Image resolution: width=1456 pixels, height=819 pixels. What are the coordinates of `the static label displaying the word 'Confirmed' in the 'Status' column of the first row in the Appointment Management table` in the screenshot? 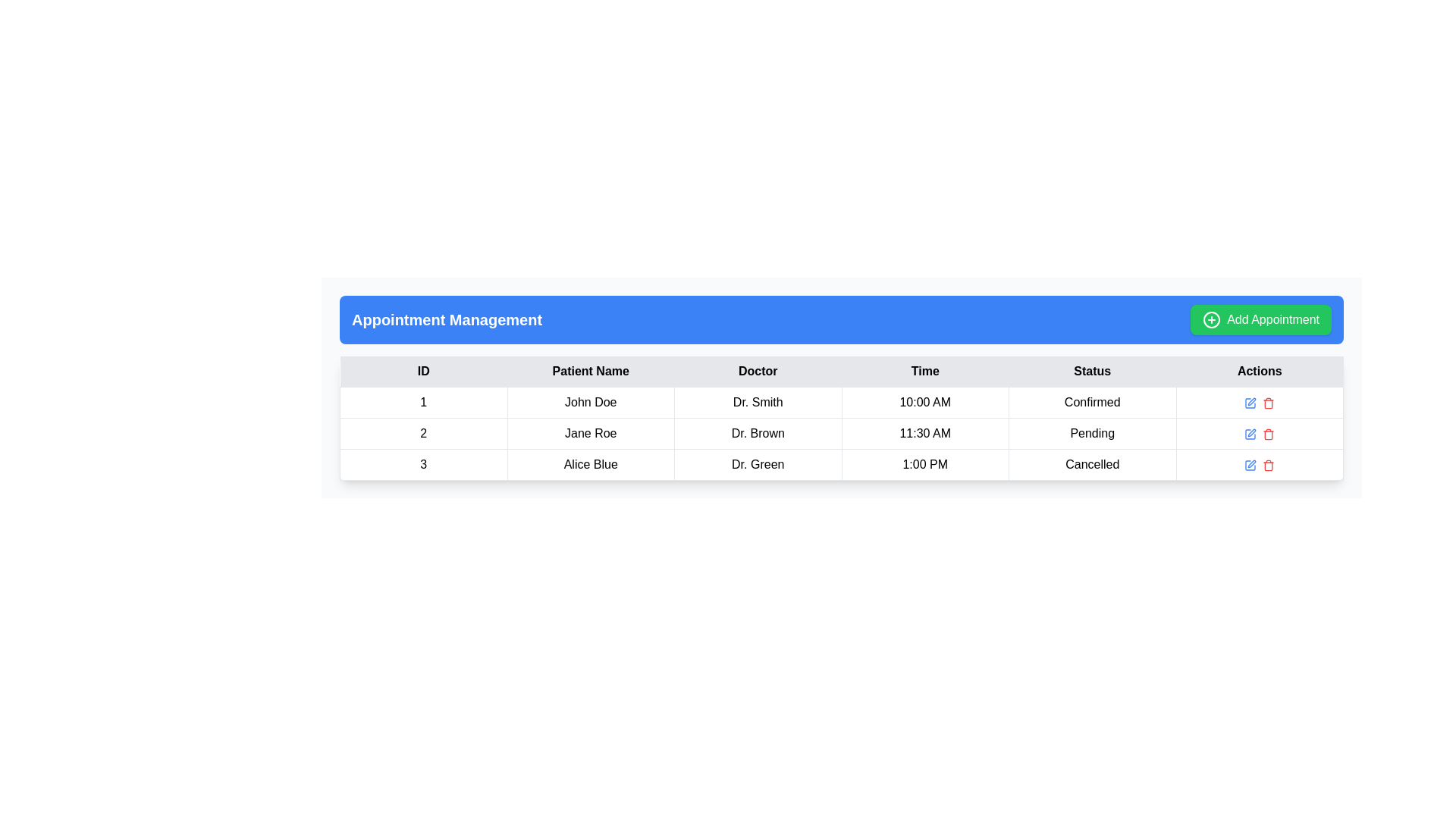 It's located at (1092, 402).